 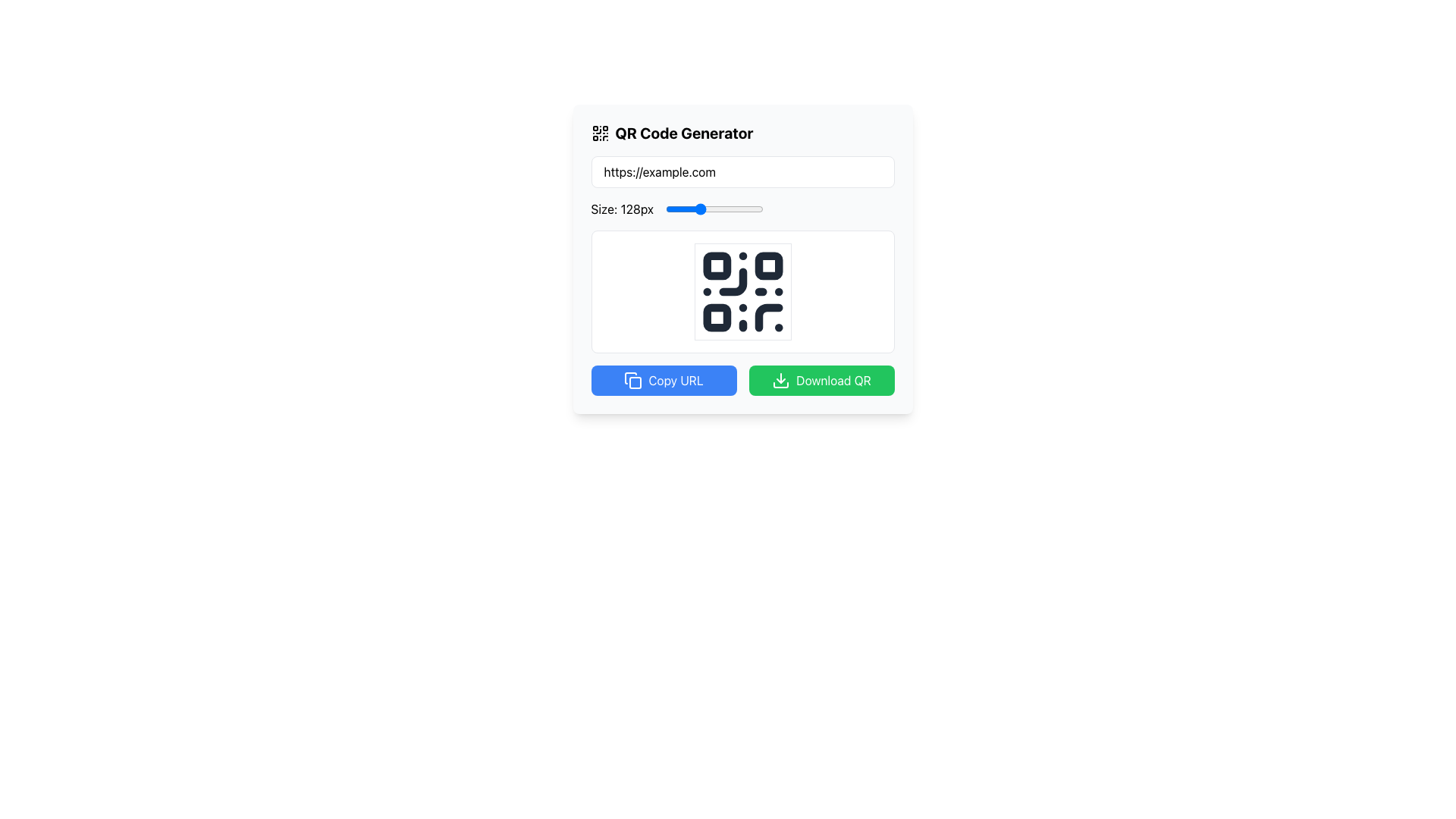 I want to click on the QR code size, so click(x=704, y=209).